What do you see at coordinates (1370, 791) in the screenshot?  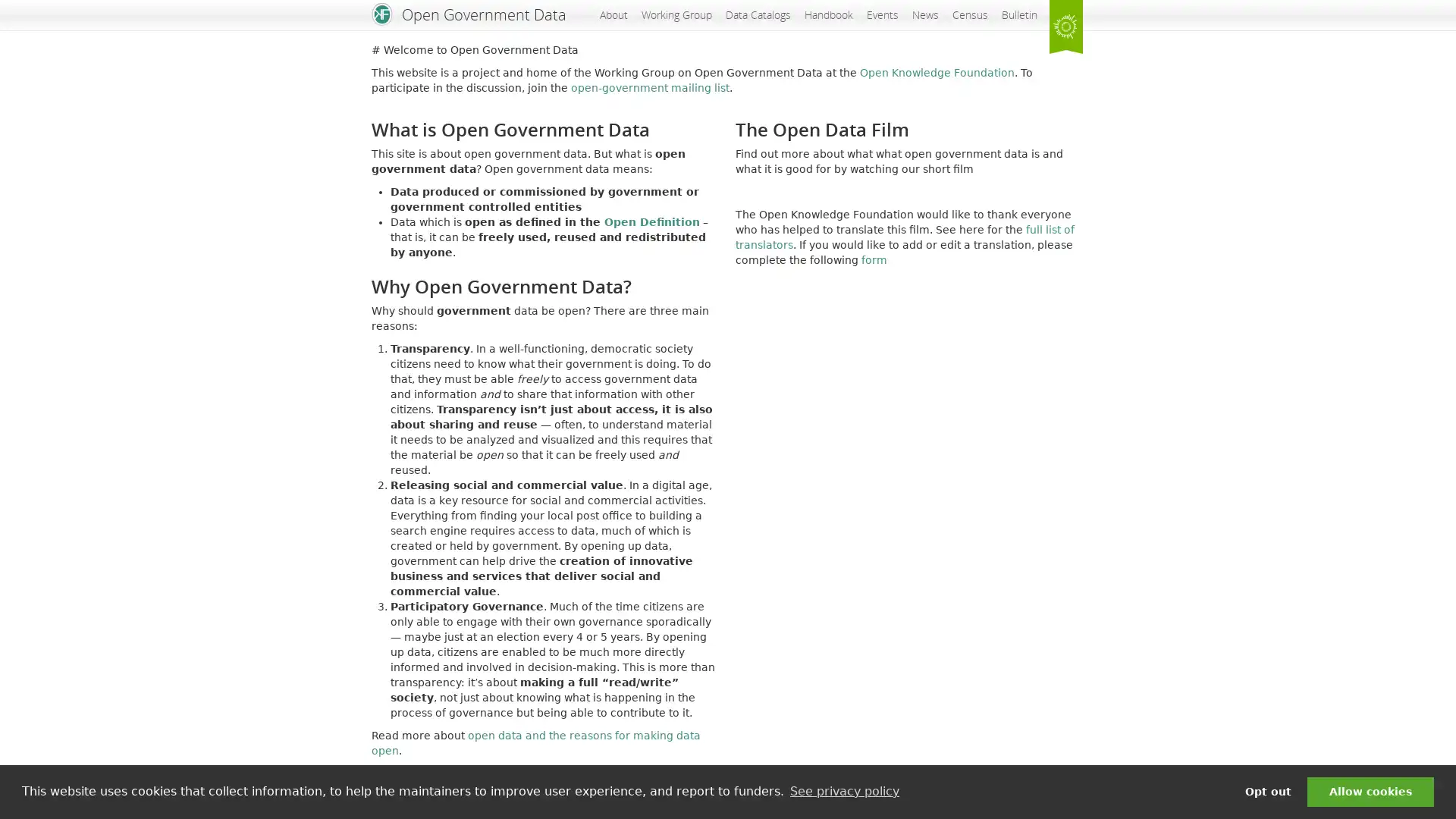 I see `dismiss cookie message` at bounding box center [1370, 791].